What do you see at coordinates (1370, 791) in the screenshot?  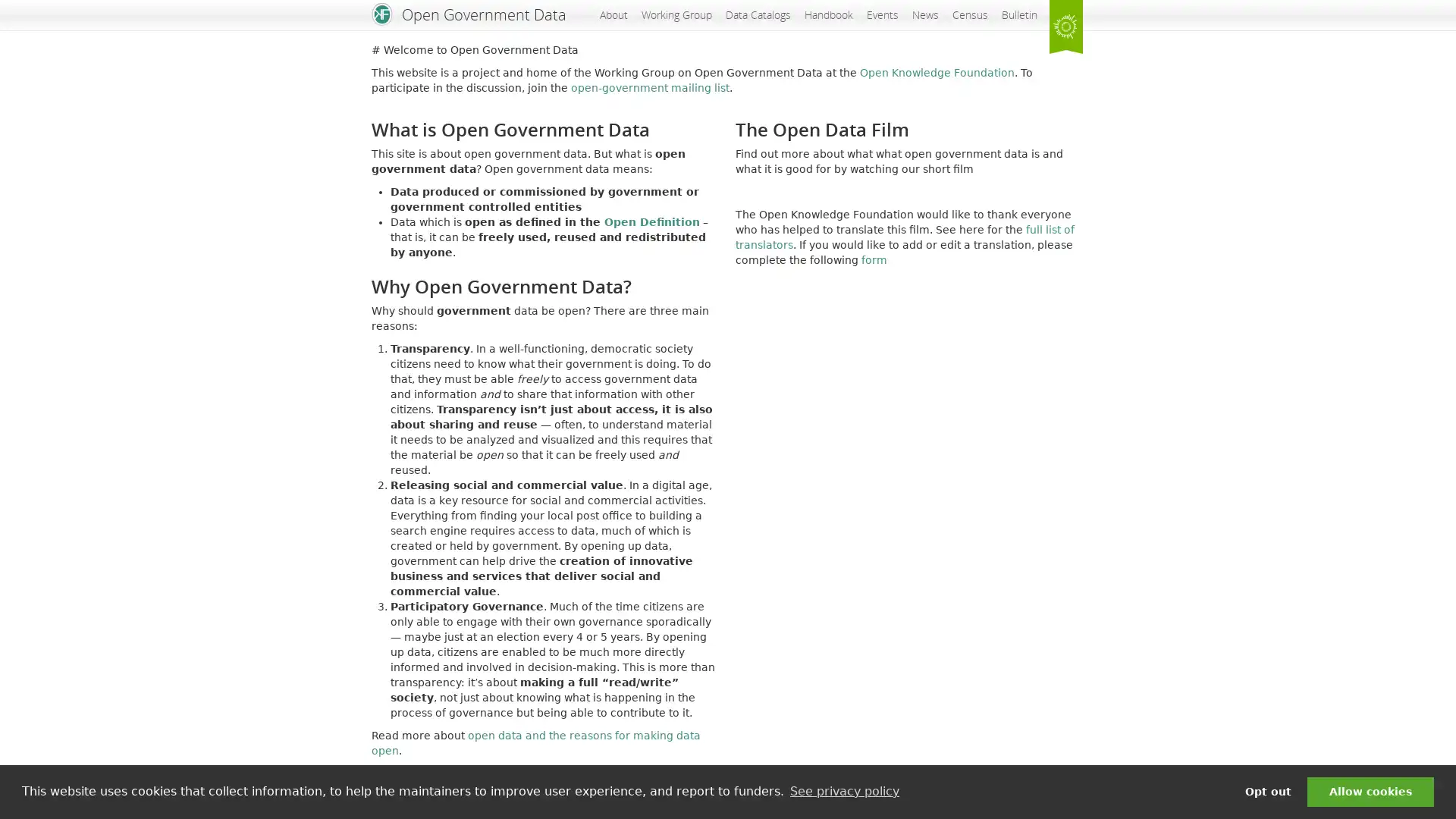 I see `dismiss cookie message` at bounding box center [1370, 791].